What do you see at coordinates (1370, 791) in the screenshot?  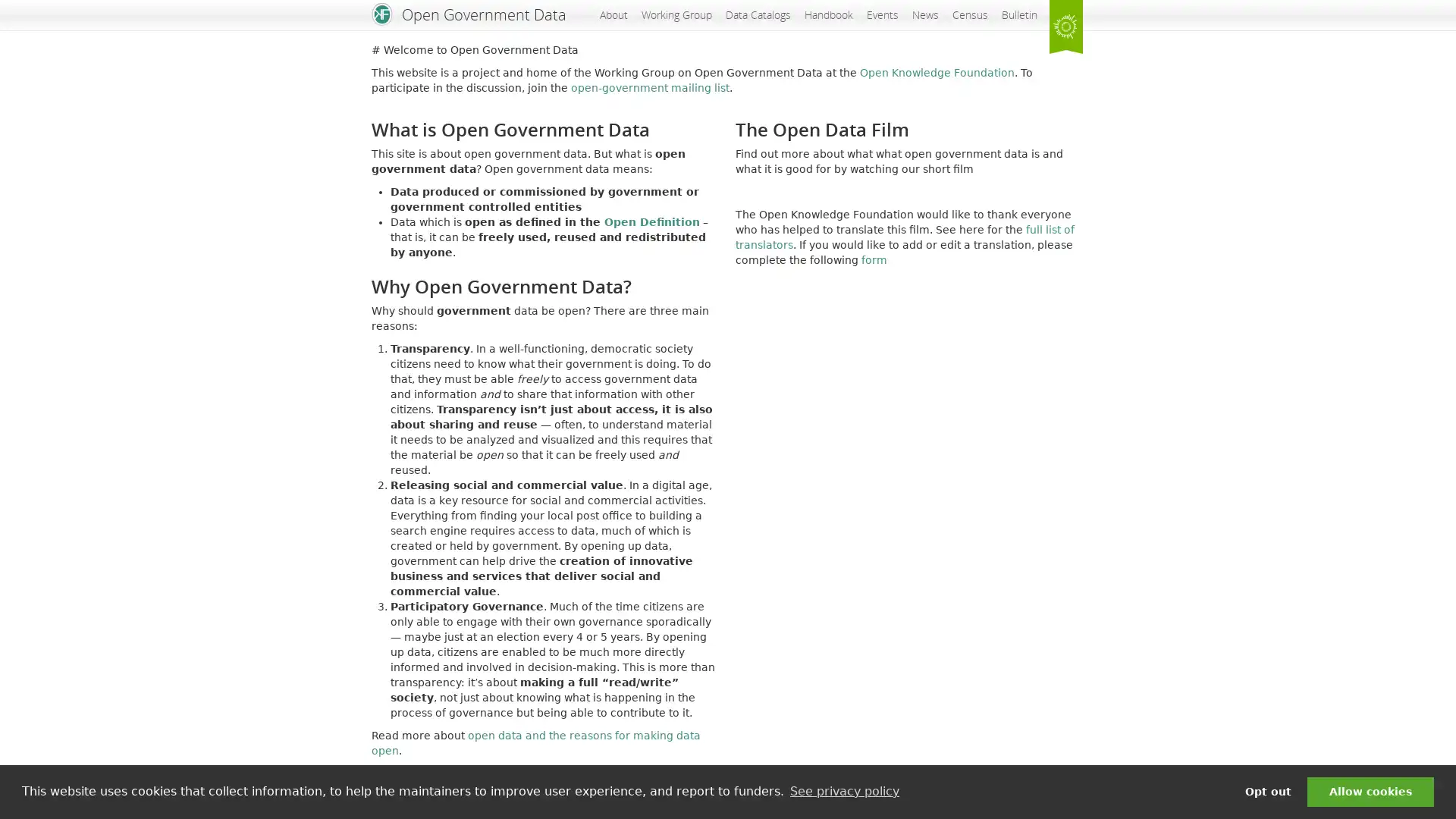 I see `dismiss cookie message` at bounding box center [1370, 791].